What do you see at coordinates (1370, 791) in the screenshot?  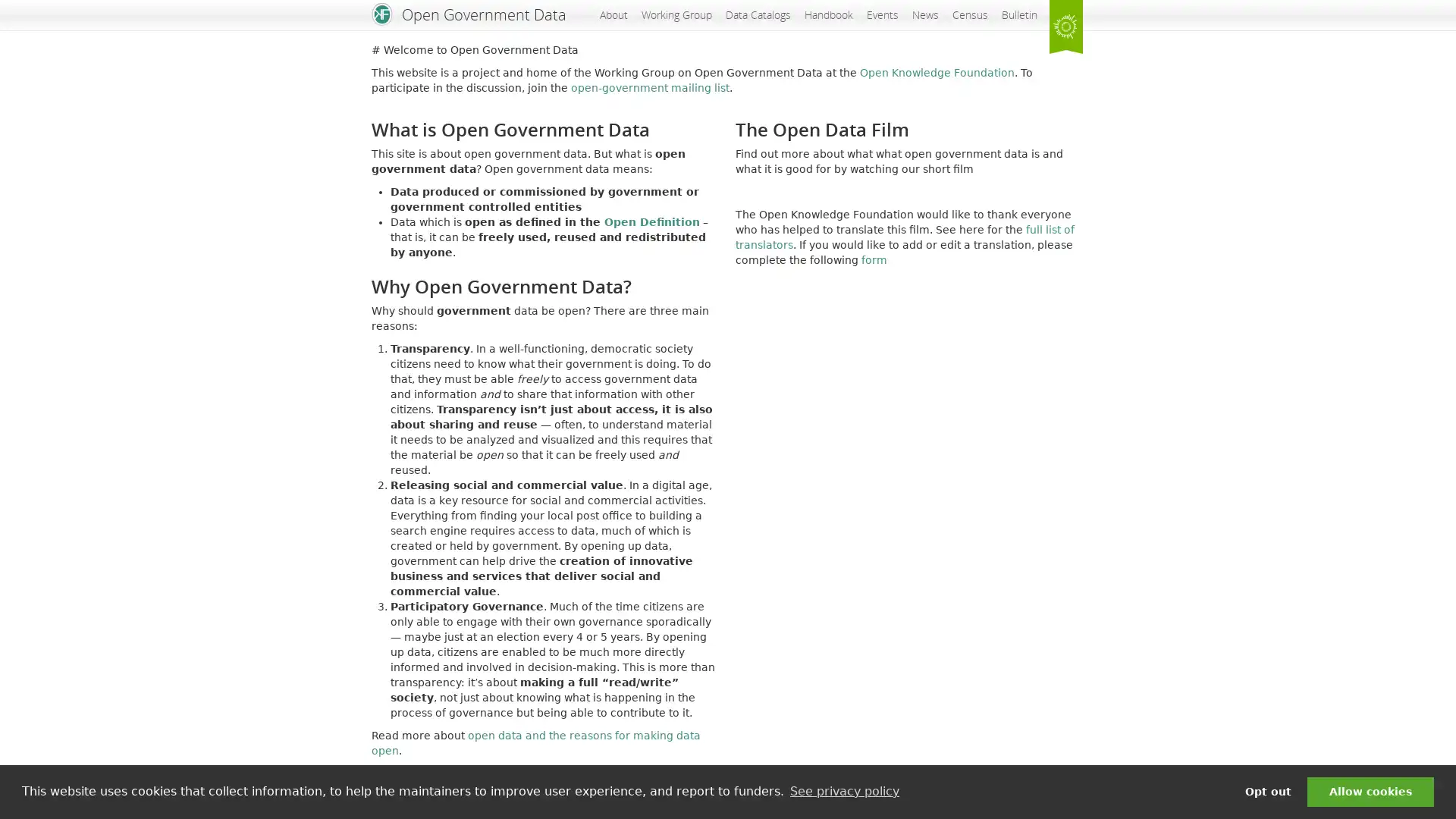 I see `dismiss cookie message` at bounding box center [1370, 791].